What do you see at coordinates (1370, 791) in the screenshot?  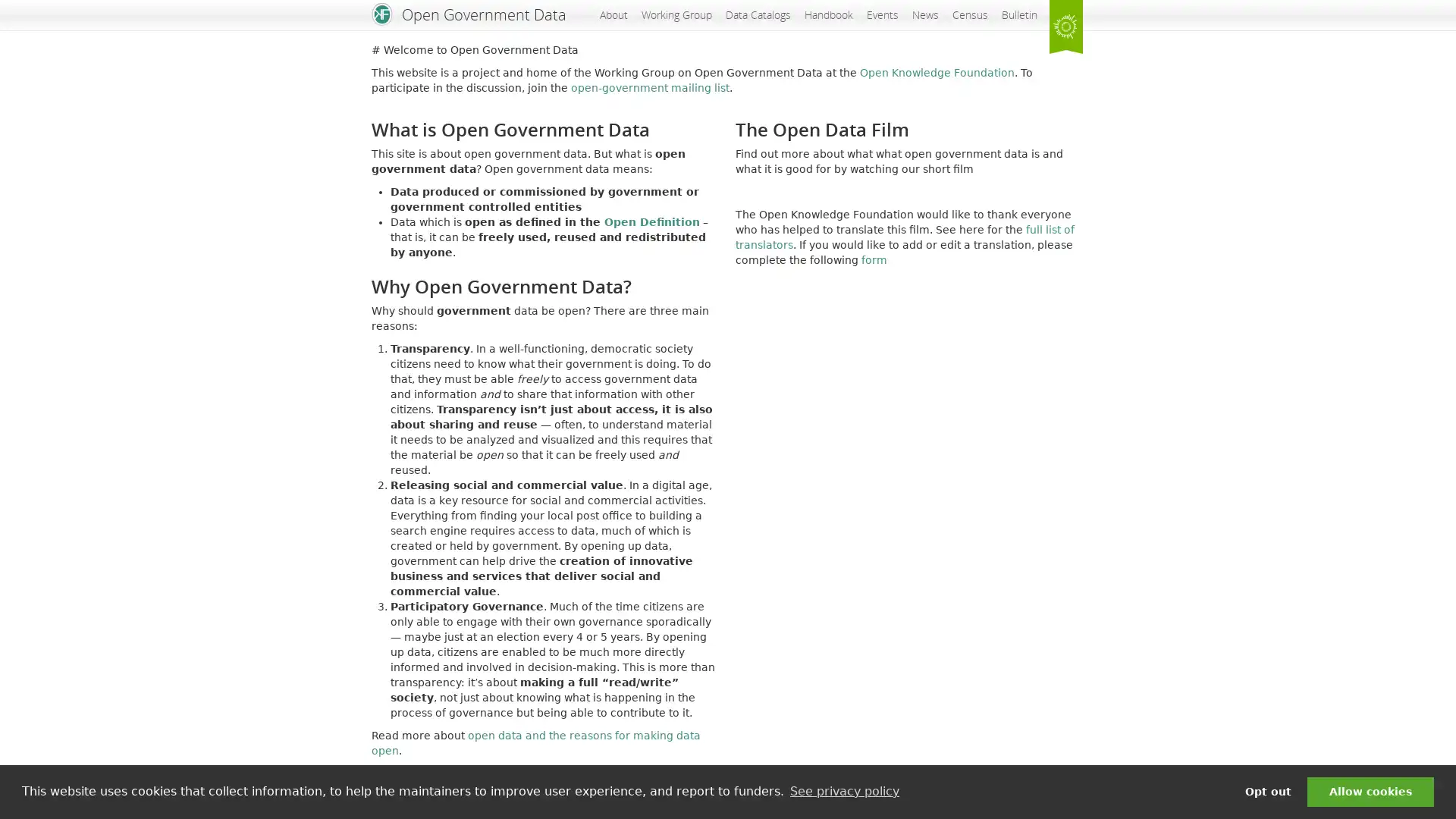 I see `dismiss cookie message` at bounding box center [1370, 791].